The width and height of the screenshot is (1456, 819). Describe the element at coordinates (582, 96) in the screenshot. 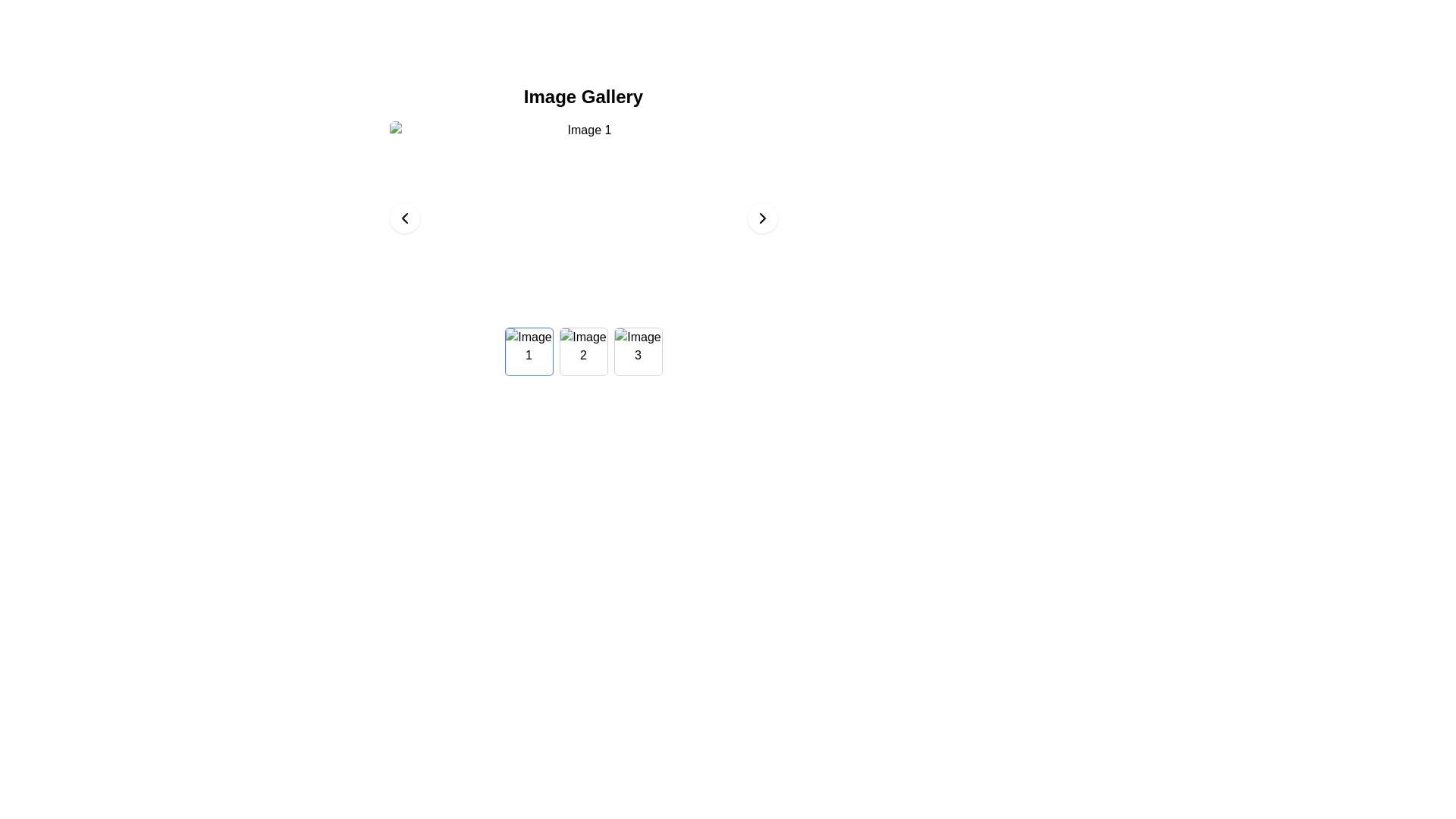

I see `the text header displaying 'Image Gallery', which is centrally aligned at the top of the section` at that location.